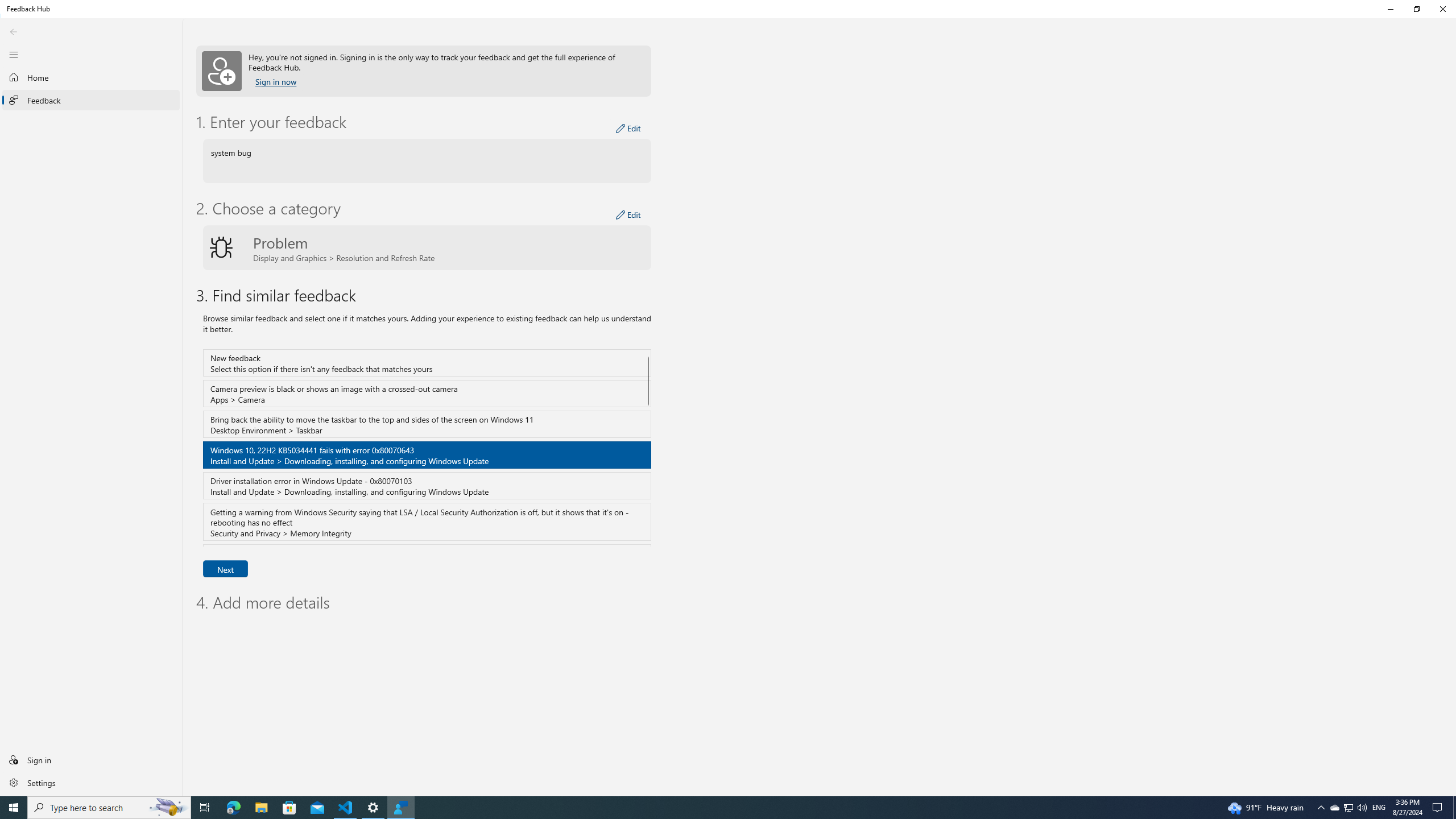 This screenshot has width=1456, height=819. Describe the element at coordinates (90, 759) in the screenshot. I see `'Sign in'` at that location.